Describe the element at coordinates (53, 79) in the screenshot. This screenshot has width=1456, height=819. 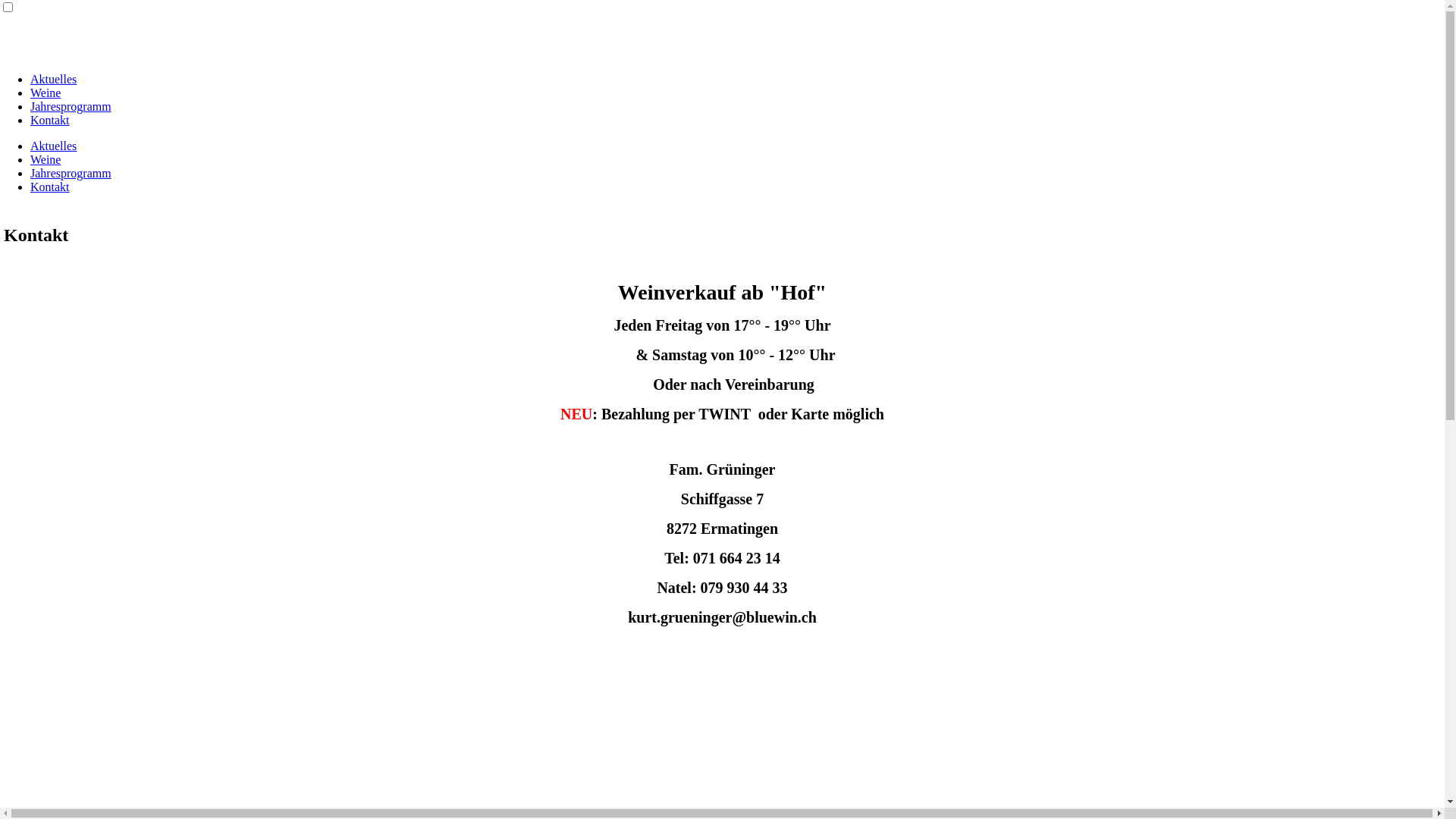
I see `'Aktuelles'` at that location.